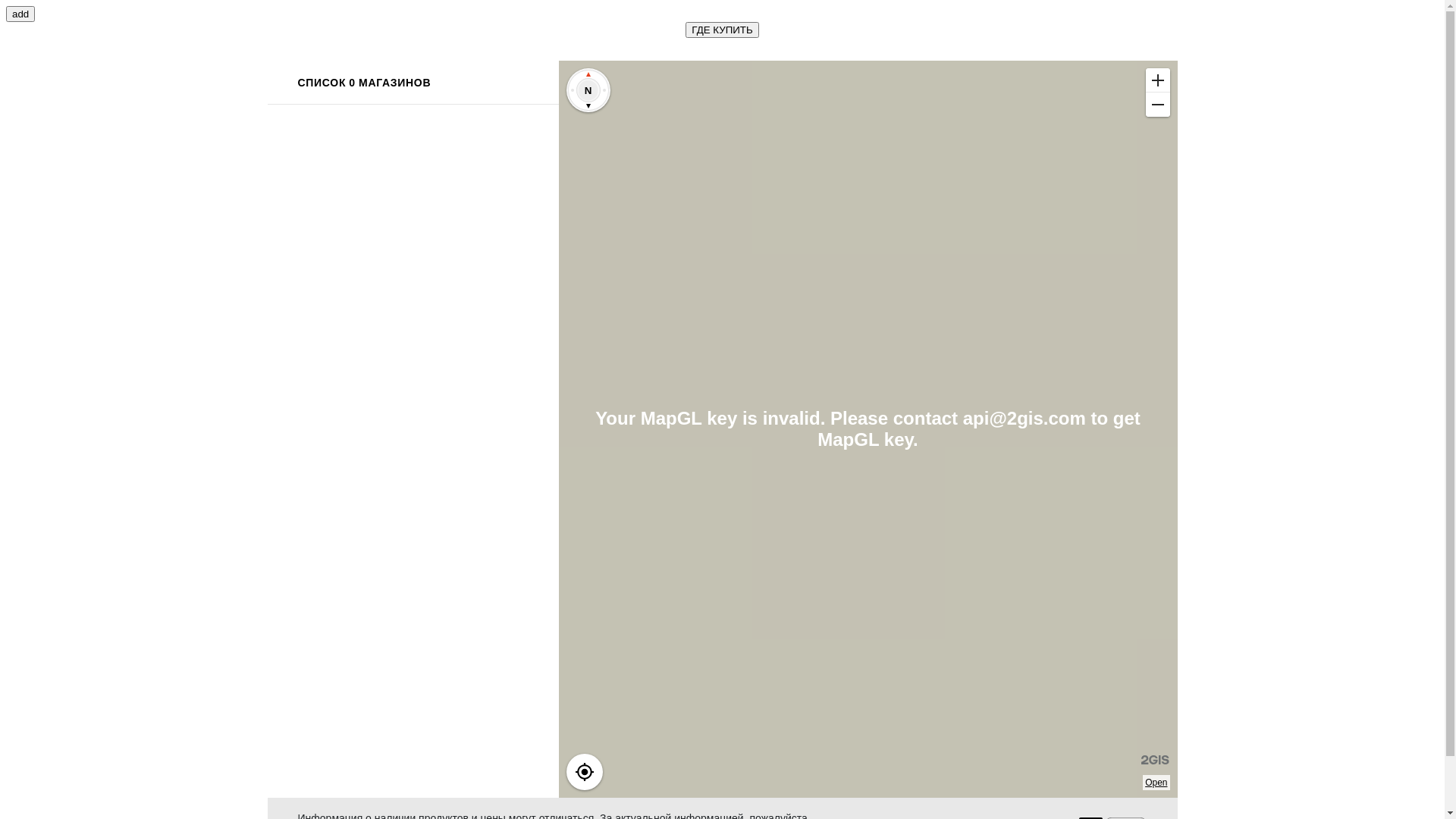  What do you see at coordinates (20, 14) in the screenshot?
I see `'add'` at bounding box center [20, 14].